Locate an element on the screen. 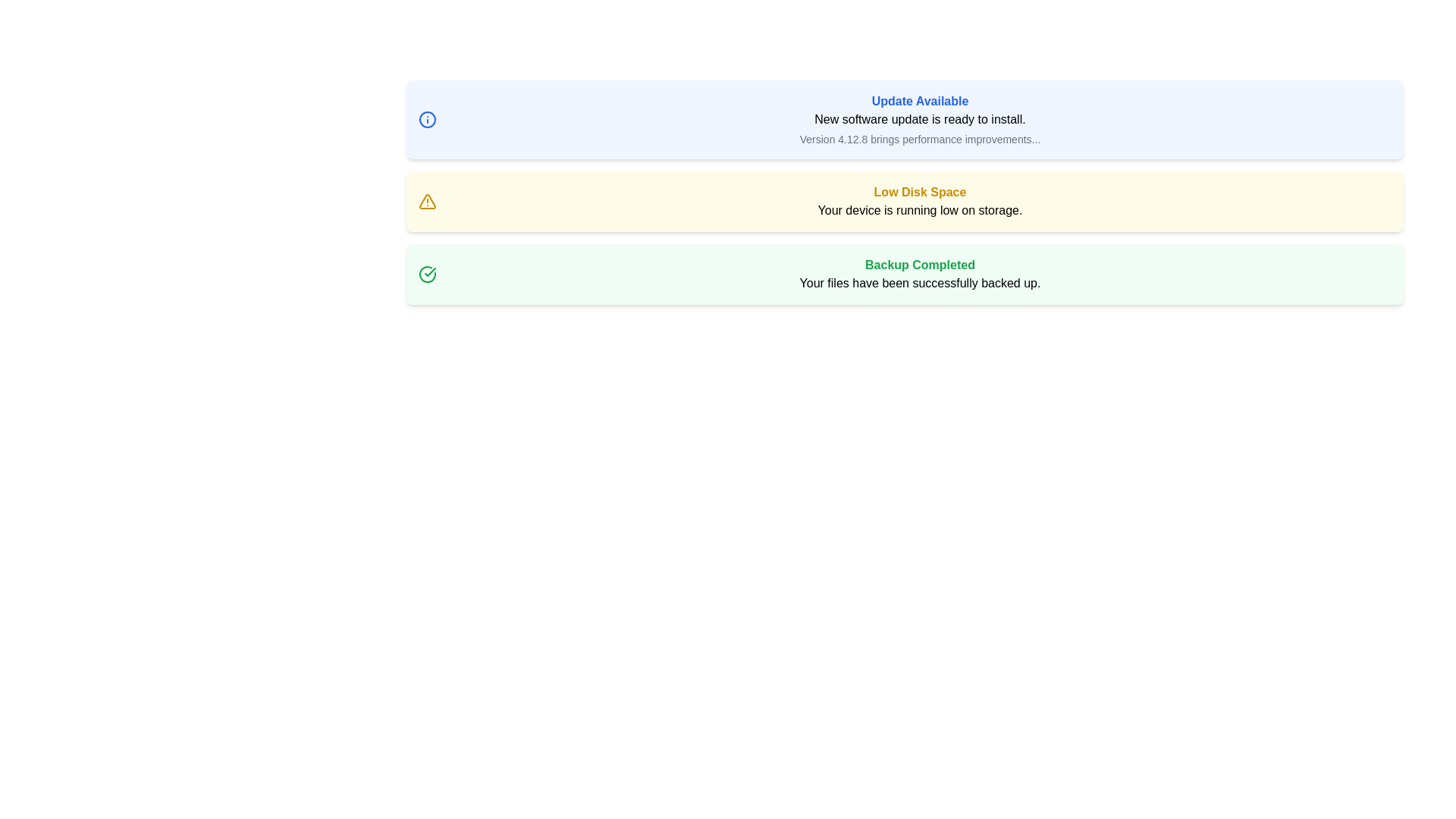 Image resolution: width=1456 pixels, height=819 pixels. the static text element stating 'Your device is running low on storage.' which is located below the text 'Low Disk Space' within a yellow-highlighted box is located at coordinates (919, 210).